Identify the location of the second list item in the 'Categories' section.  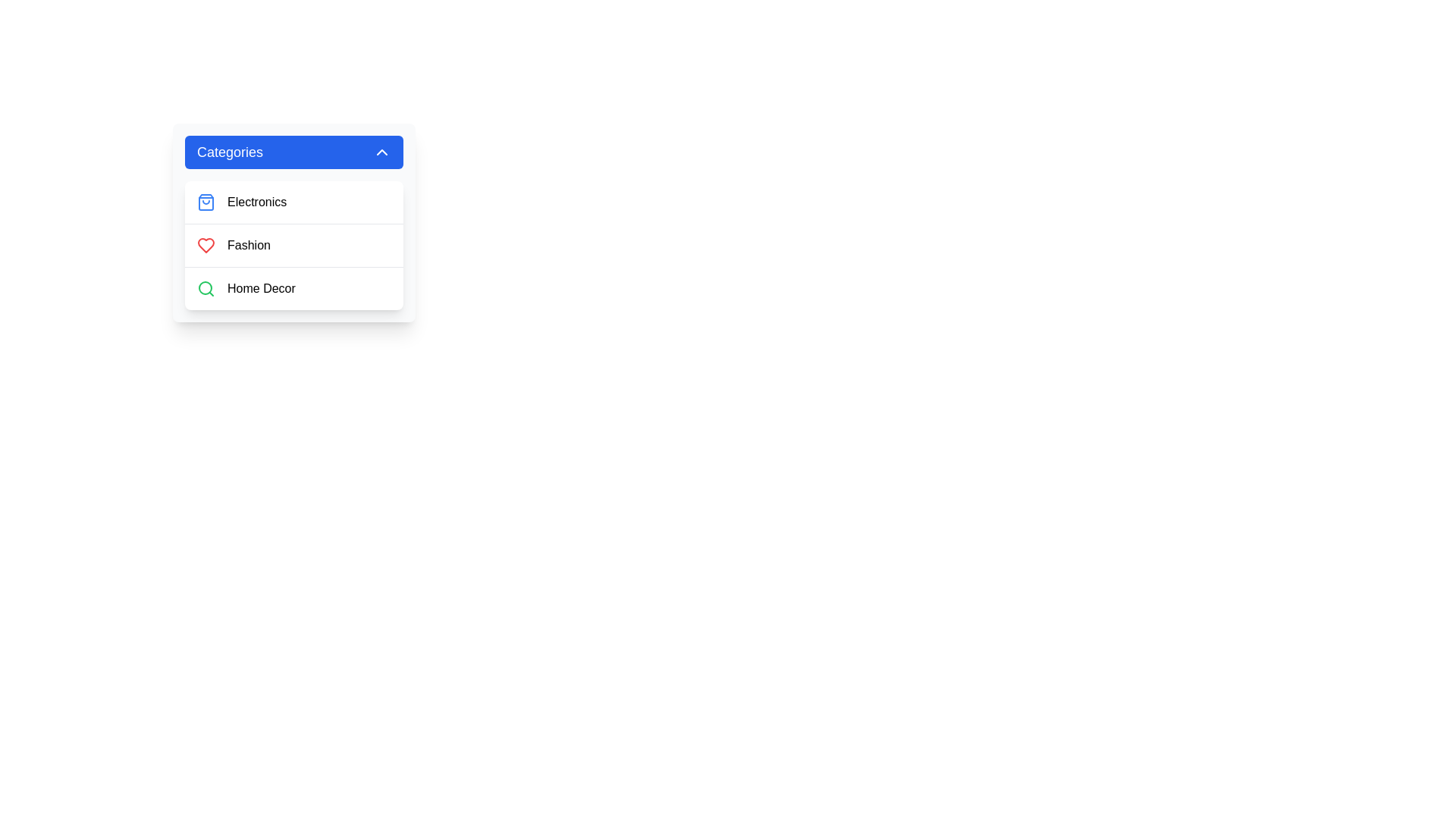
(294, 245).